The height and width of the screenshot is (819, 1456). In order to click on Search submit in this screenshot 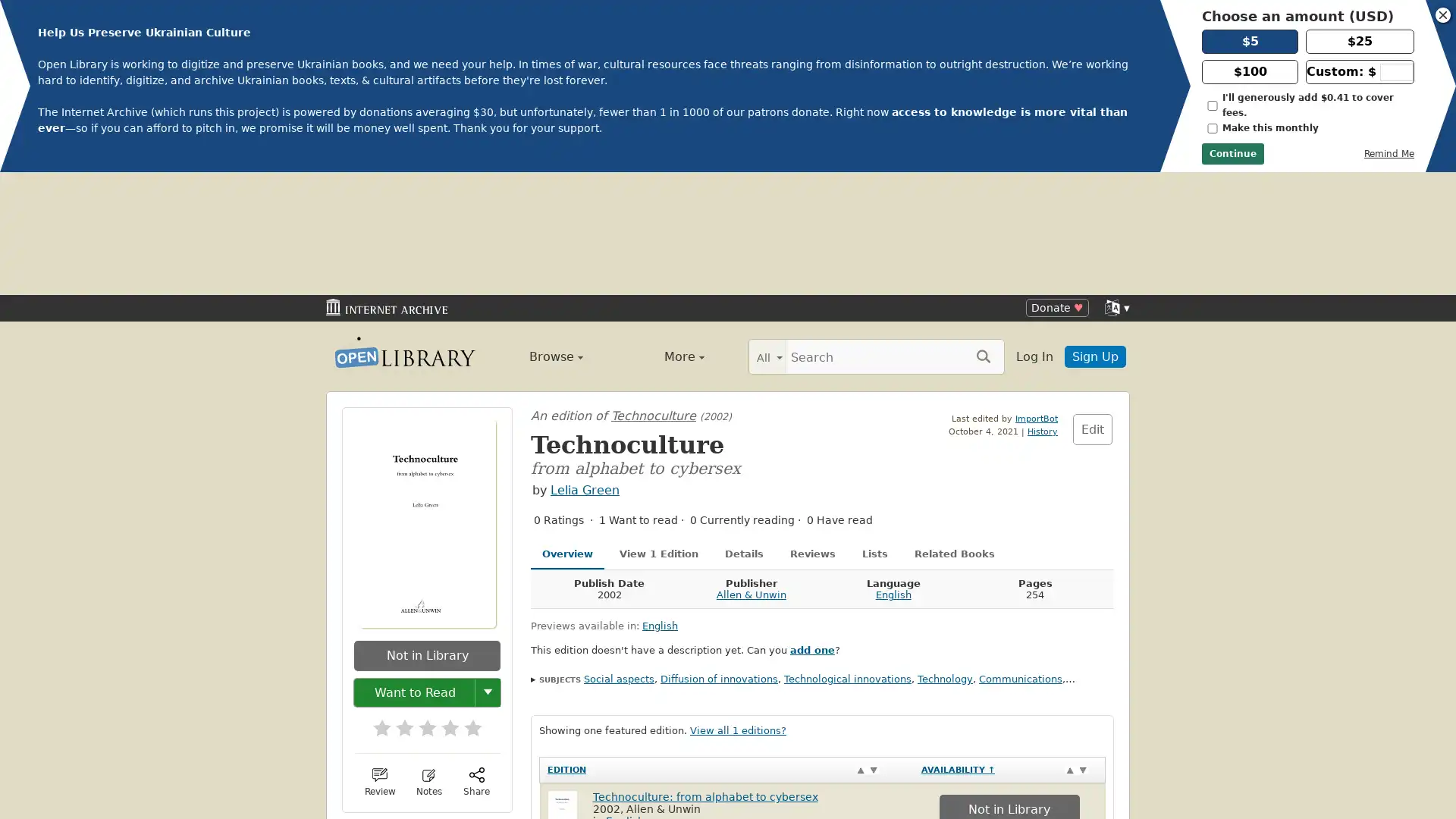, I will do `click(983, 233)`.